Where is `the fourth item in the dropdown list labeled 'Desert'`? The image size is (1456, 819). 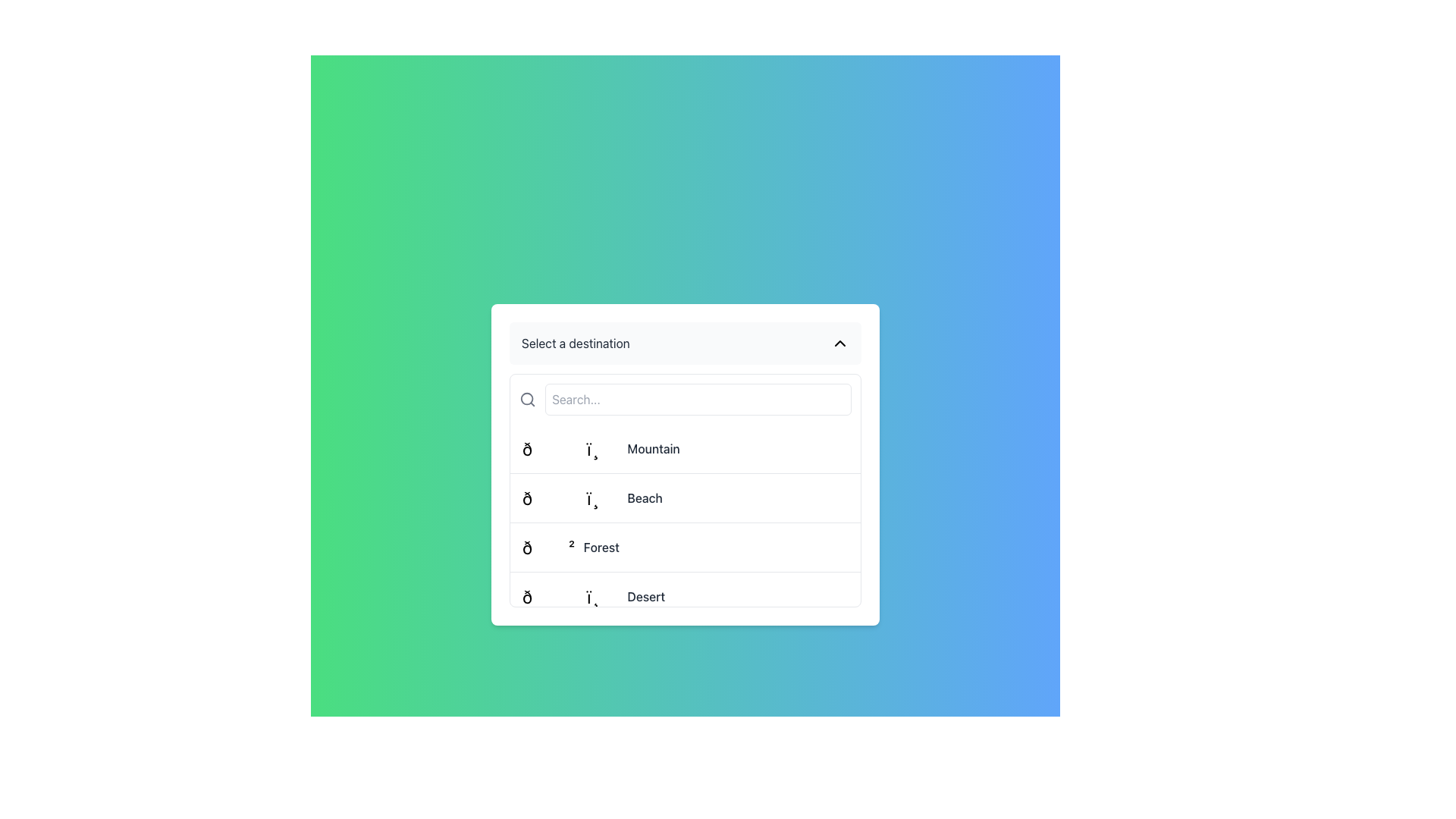 the fourth item in the dropdown list labeled 'Desert' is located at coordinates (684, 595).